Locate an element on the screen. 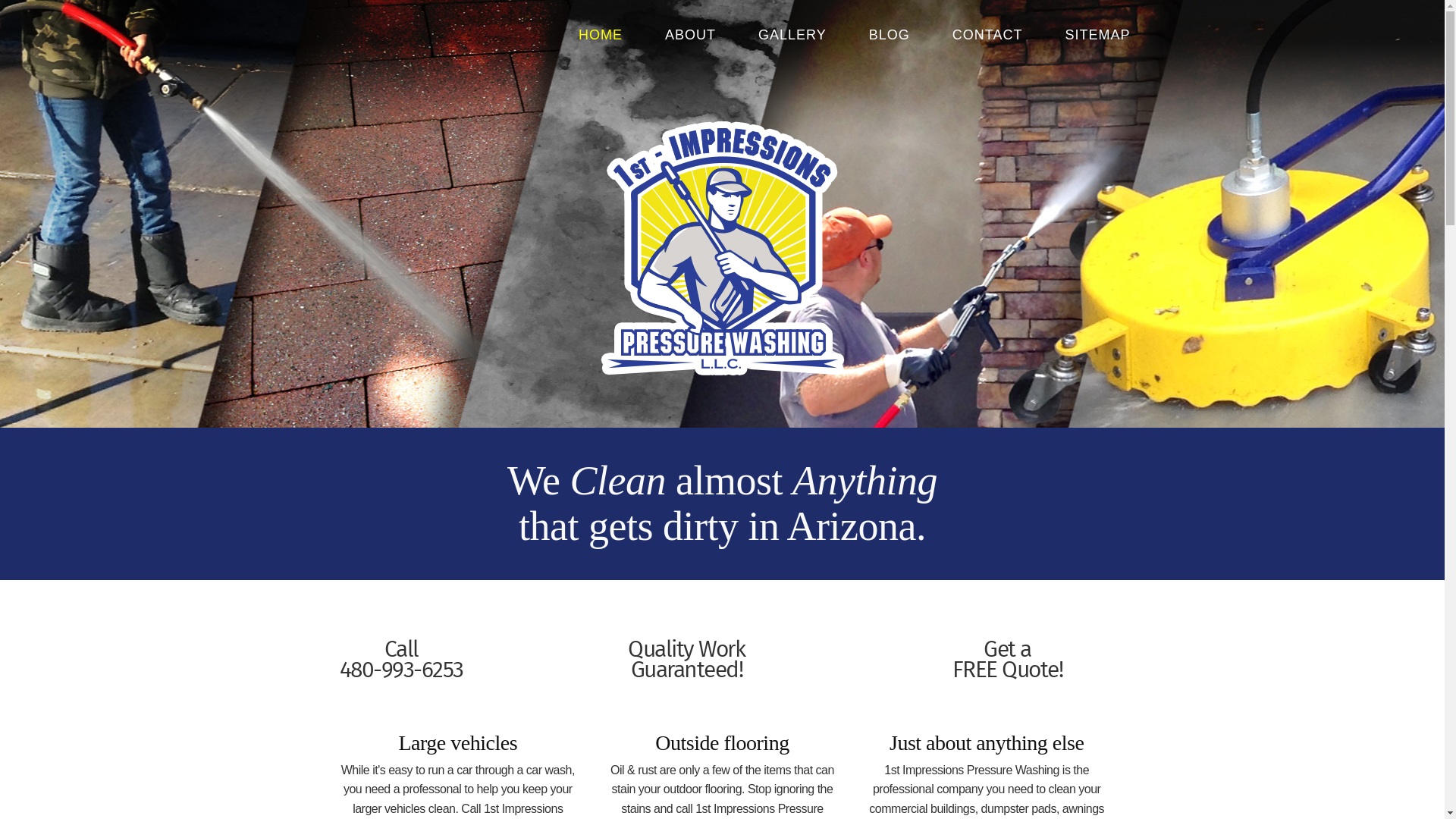 This screenshot has width=1456, height=819. 'Get a is located at coordinates (952, 660).